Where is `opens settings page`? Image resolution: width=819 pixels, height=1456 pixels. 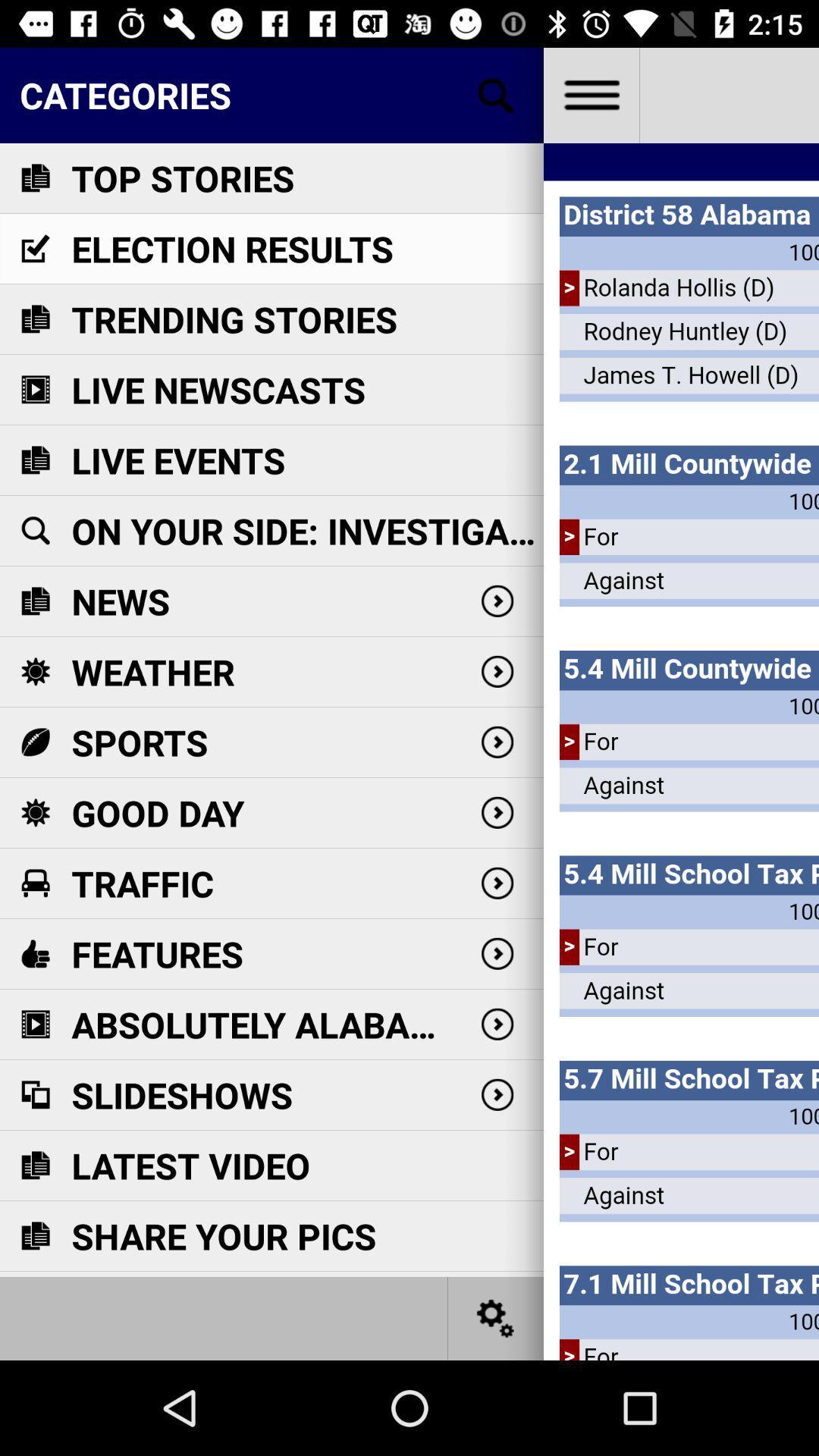 opens settings page is located at coordinates (496, 1317).